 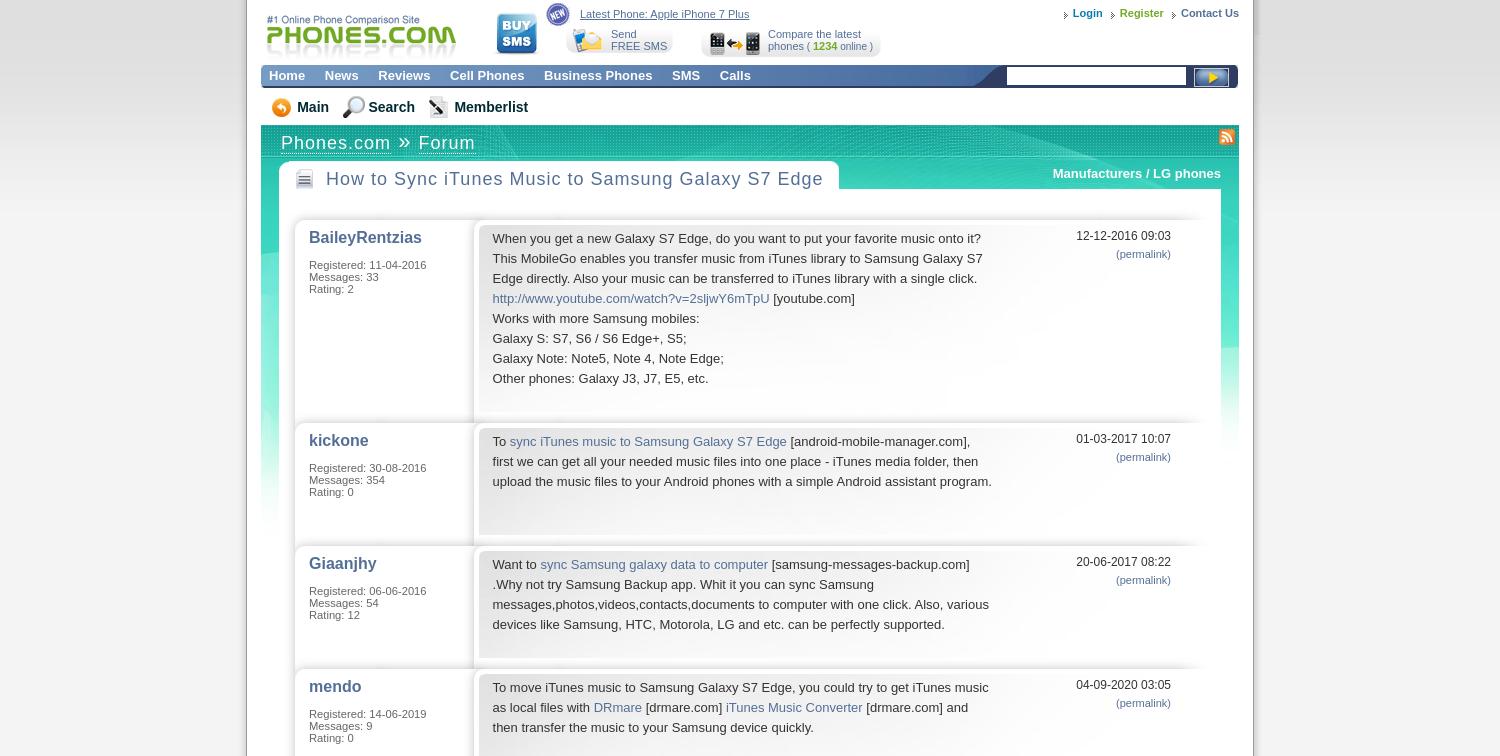 I want to click on 'Memberlist', so click(x=489, y=106).